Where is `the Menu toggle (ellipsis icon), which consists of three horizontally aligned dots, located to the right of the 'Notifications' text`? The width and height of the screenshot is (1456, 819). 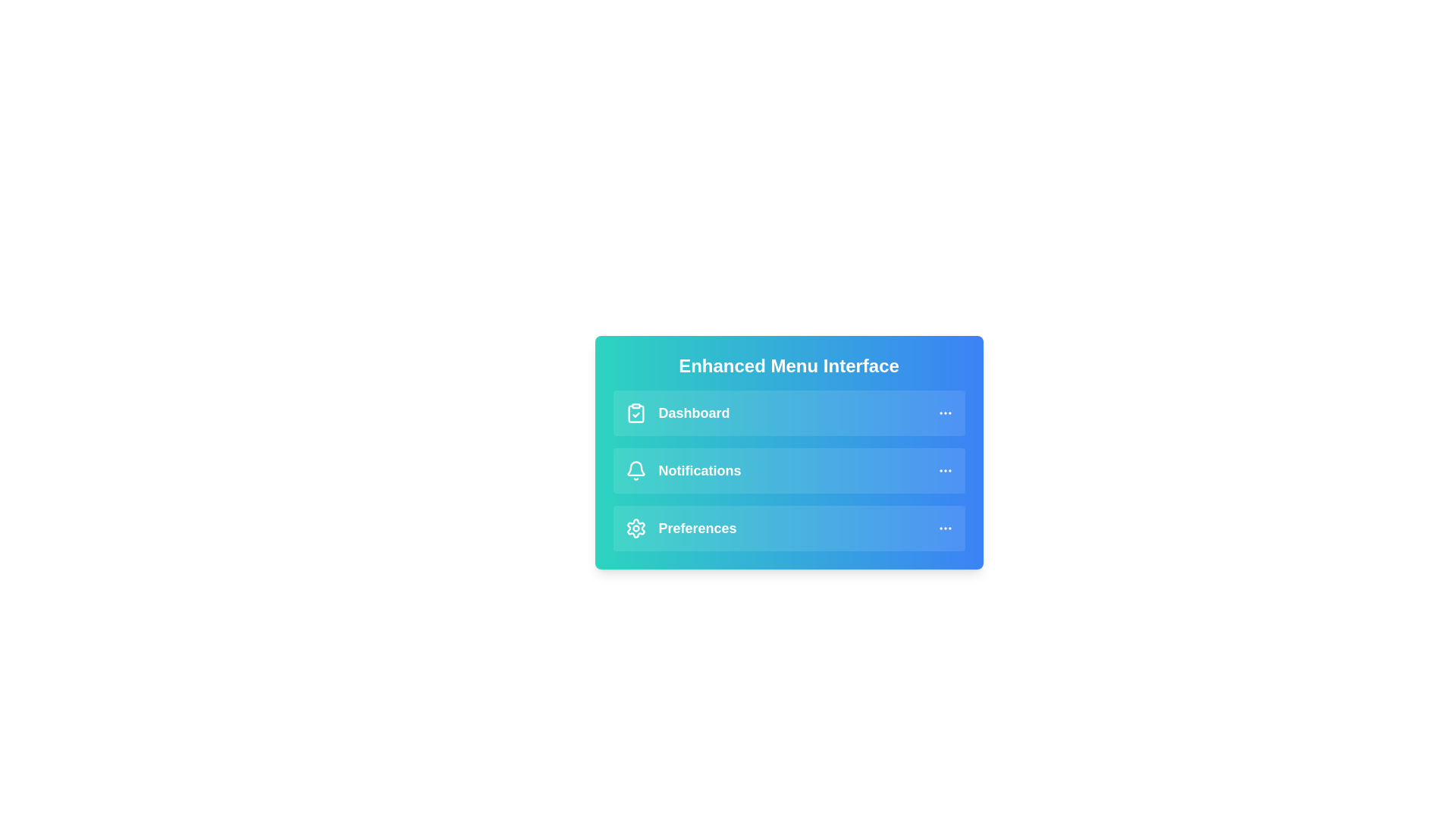 the Menu toggle (ellipsis icon), which consists of three horizontally aligned dots, located to the right of the 'Notifications' text is located at coordinates (944, 470).